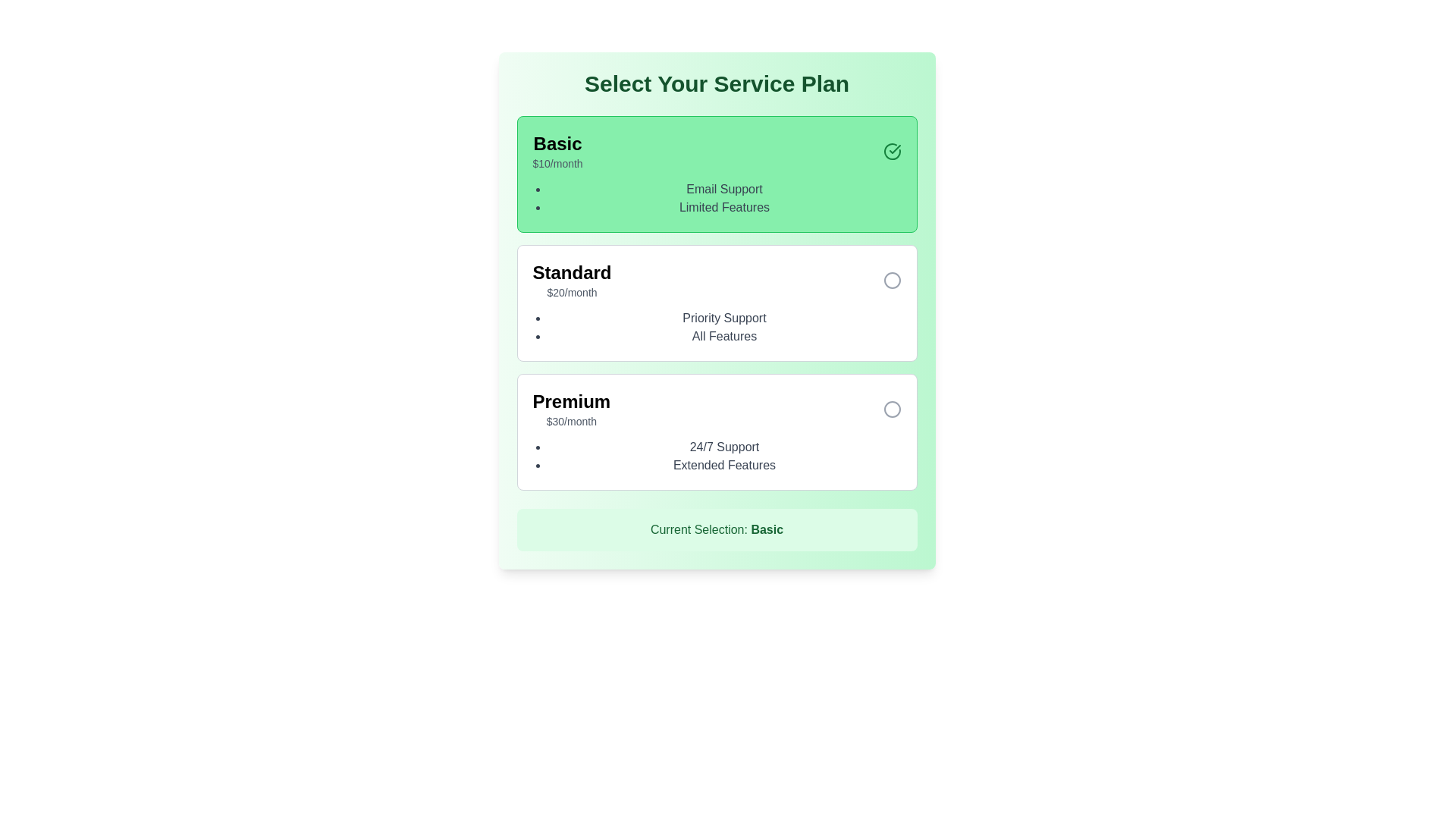 The height and width of the screenshot is (819, 1456). What do you see at coordinates (557, 152) in the screenshot?
I see `text content of the 'Basic' pricing card text block, which includes 'Basic' in a large, bold font and '$10/month' in a smaller, gray font, located at the top-center of the green background` at bounding box center [557, 152].